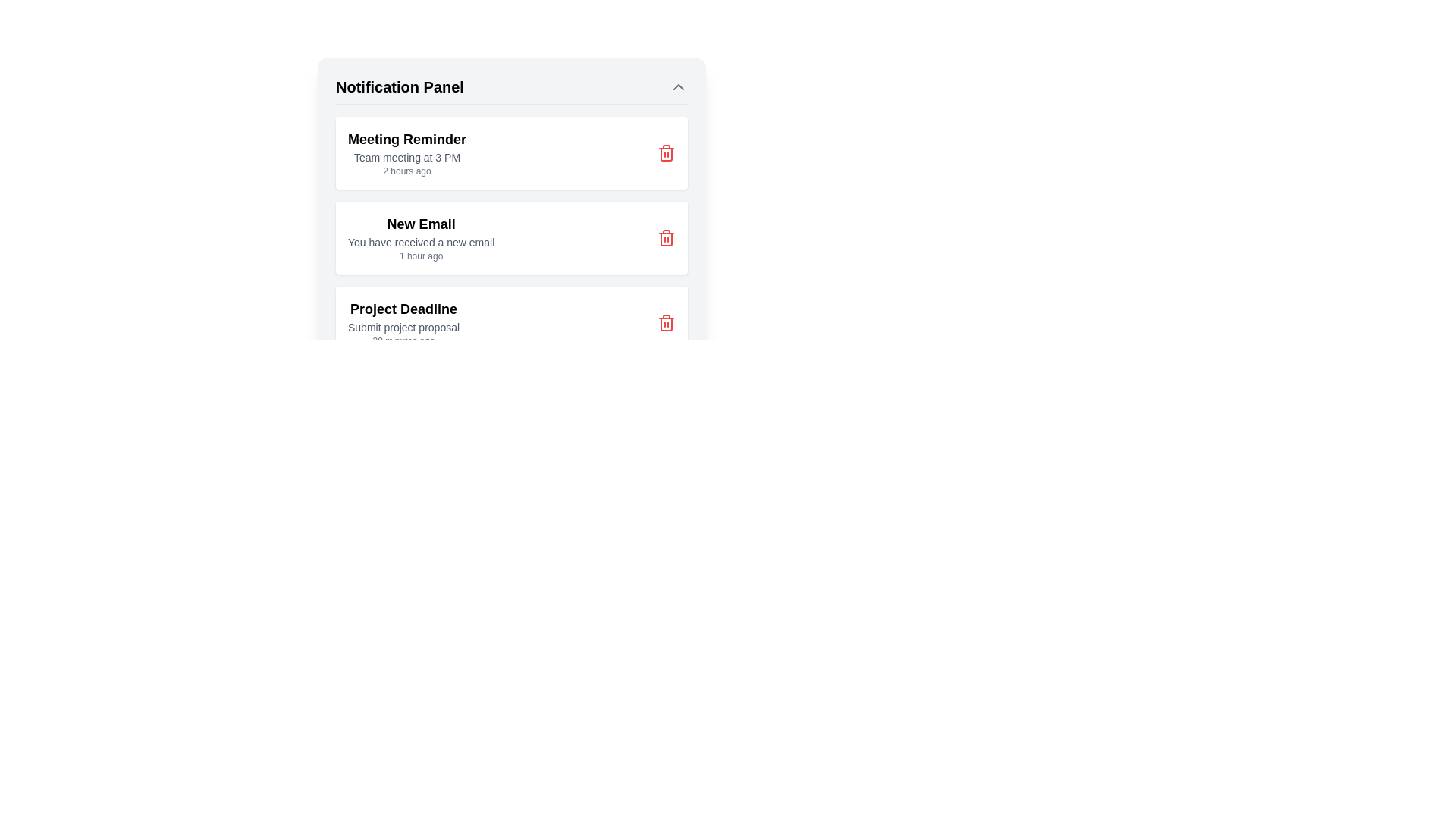 This screenshot has width=1456, height=819. I want to click on the text label displaying 'You have received a new email', which is positioned below the title 'New Email' in the Notification Panel, so click(421, 242).